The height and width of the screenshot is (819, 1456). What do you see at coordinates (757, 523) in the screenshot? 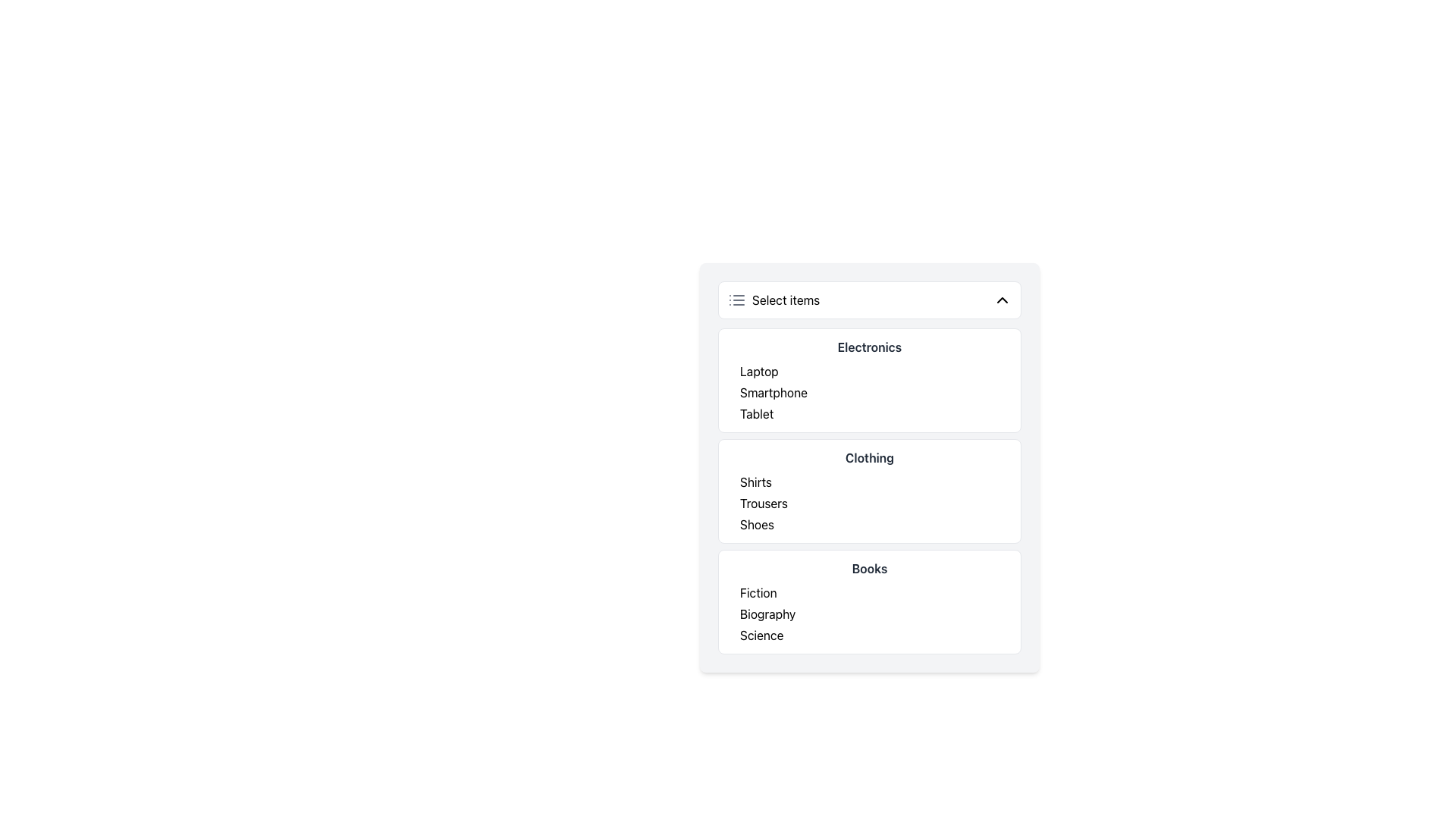
I see `the selectable text label for 'Shoes' located as the third item under the 'Clothing' header in the dropdown menu` at bounding box center [757, 523].